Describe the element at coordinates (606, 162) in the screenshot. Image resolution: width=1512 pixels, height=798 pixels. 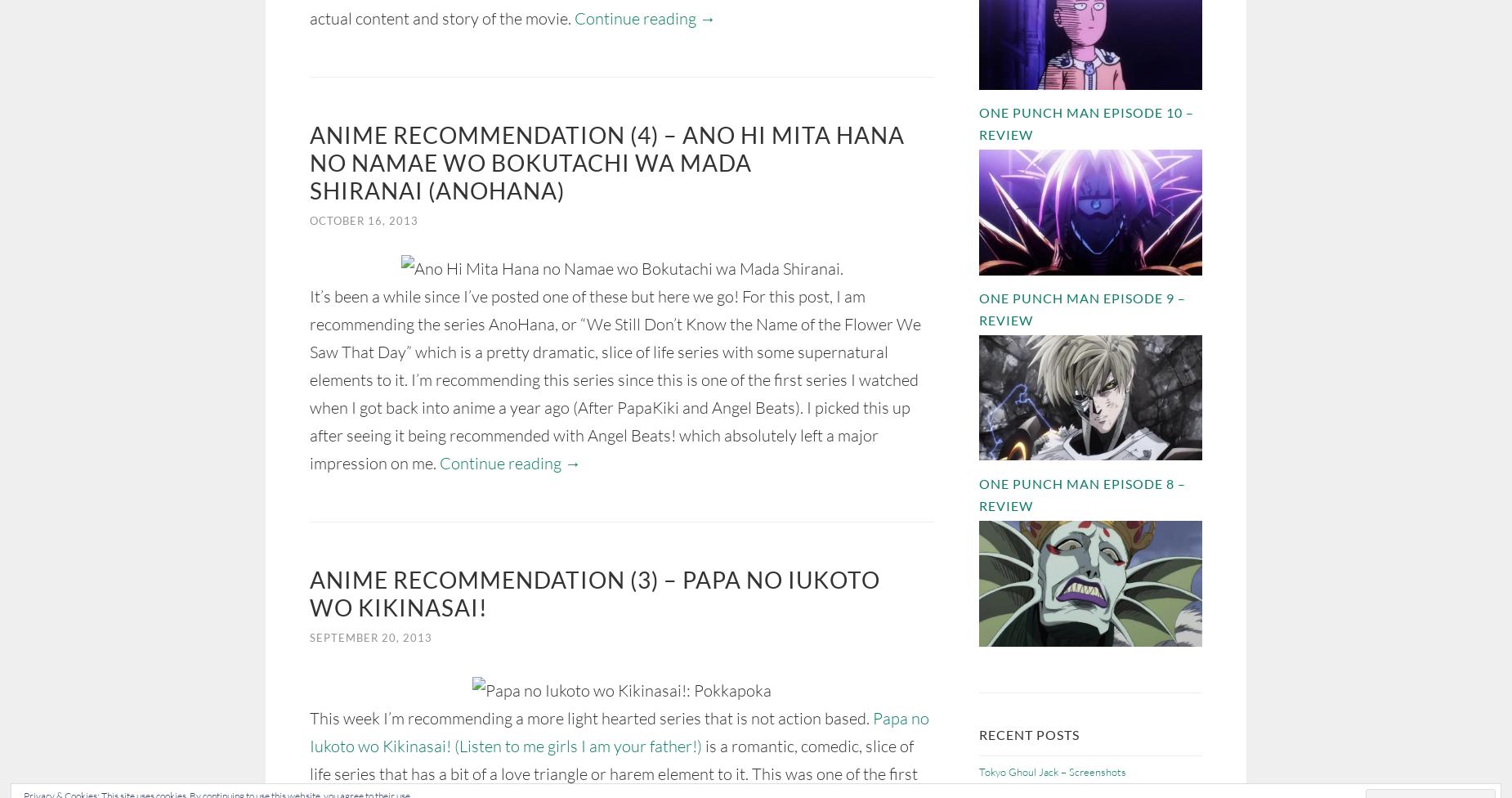
I see `'Anime Recommendation (4) – Ano Hi Mita Hana no Namae wo Bokutachi wa Mada Shiranai (AnoHana)'` at that location.